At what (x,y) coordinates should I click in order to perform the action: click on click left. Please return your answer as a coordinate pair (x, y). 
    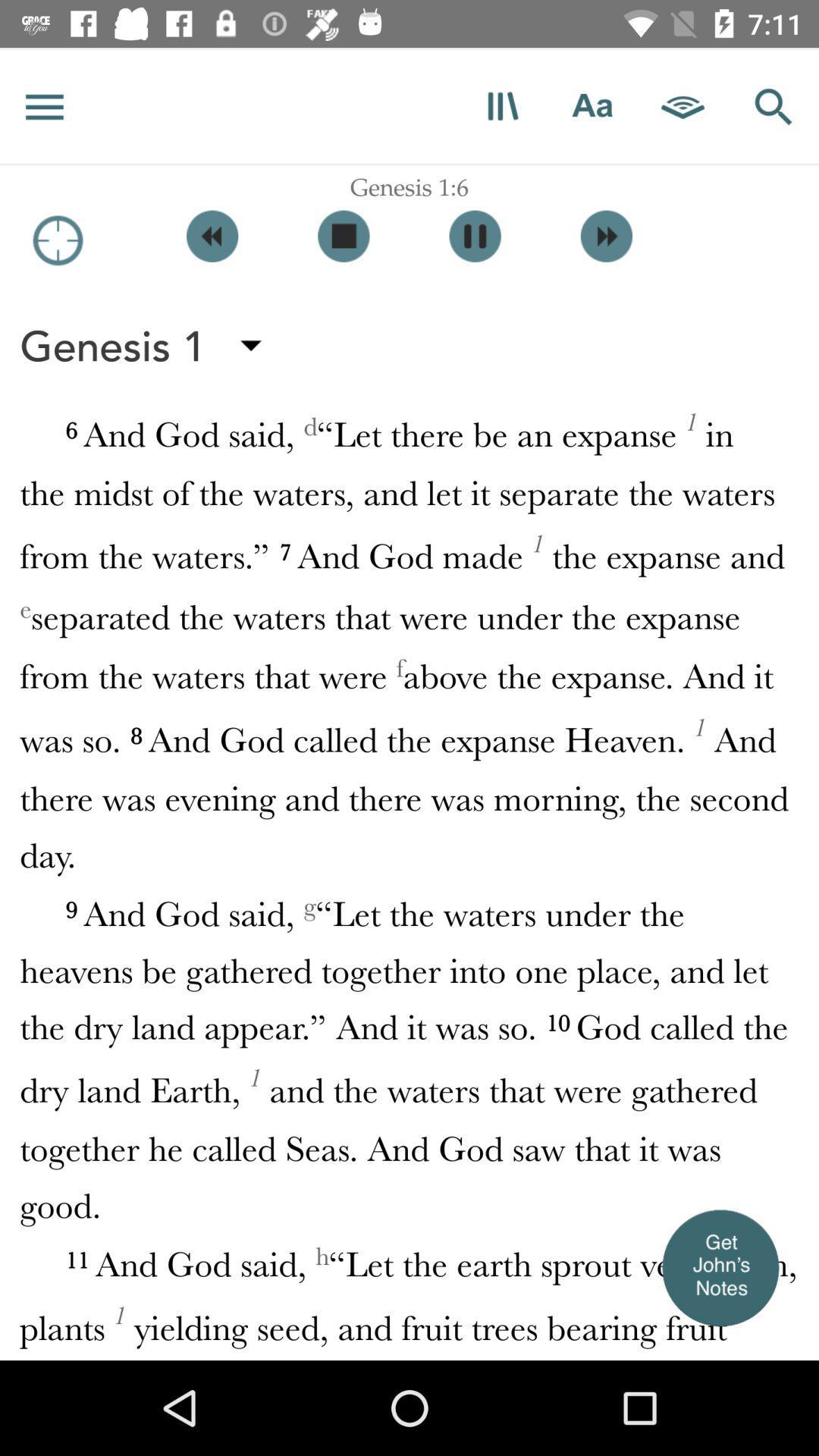
    Looking at the image, I should click on (212, 235).